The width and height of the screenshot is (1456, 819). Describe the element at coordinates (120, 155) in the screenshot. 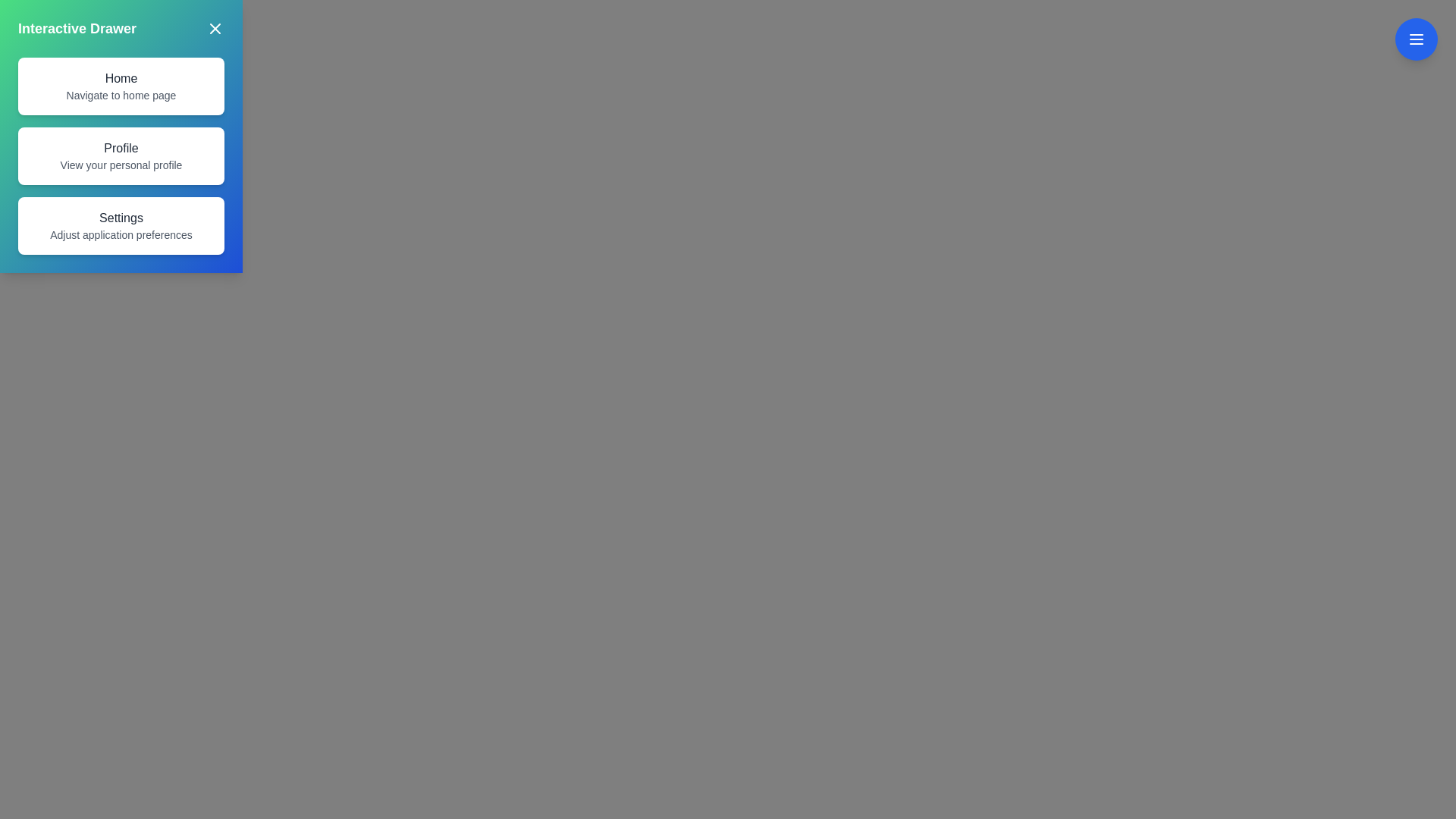

I see `the 'Profile' menu item, which is the second item in the vertical menu` at that location.